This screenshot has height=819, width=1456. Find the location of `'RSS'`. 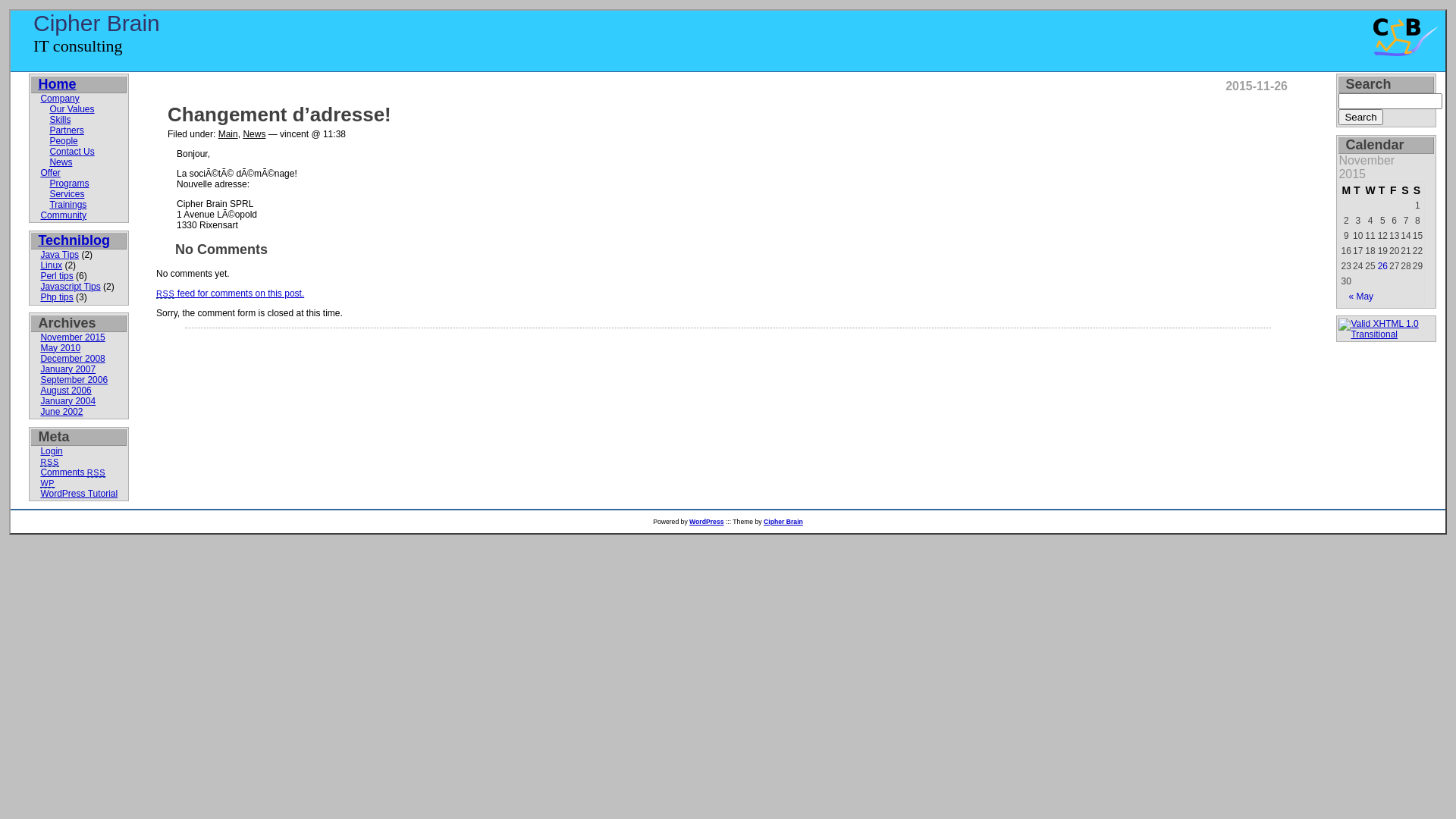

'RSS' is located at coordinates (39, 461).